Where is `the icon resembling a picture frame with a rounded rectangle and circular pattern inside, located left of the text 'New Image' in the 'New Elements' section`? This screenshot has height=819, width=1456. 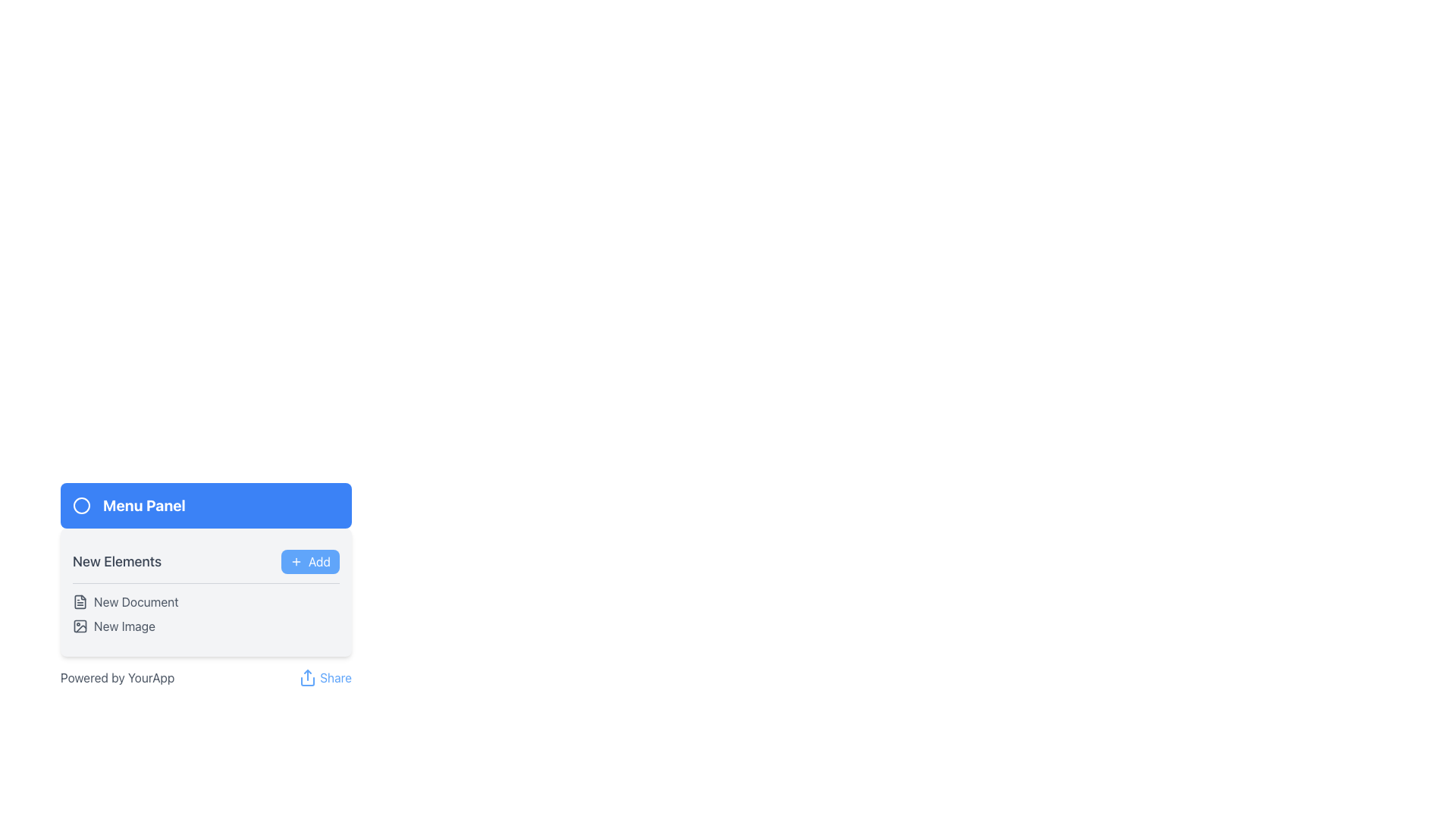 the icon resembling a picture frame with a rounded rectangle and circular pattern inside, located left of the text 'New Image' in the 'New Elements' section is located at coordinates (79, 626).